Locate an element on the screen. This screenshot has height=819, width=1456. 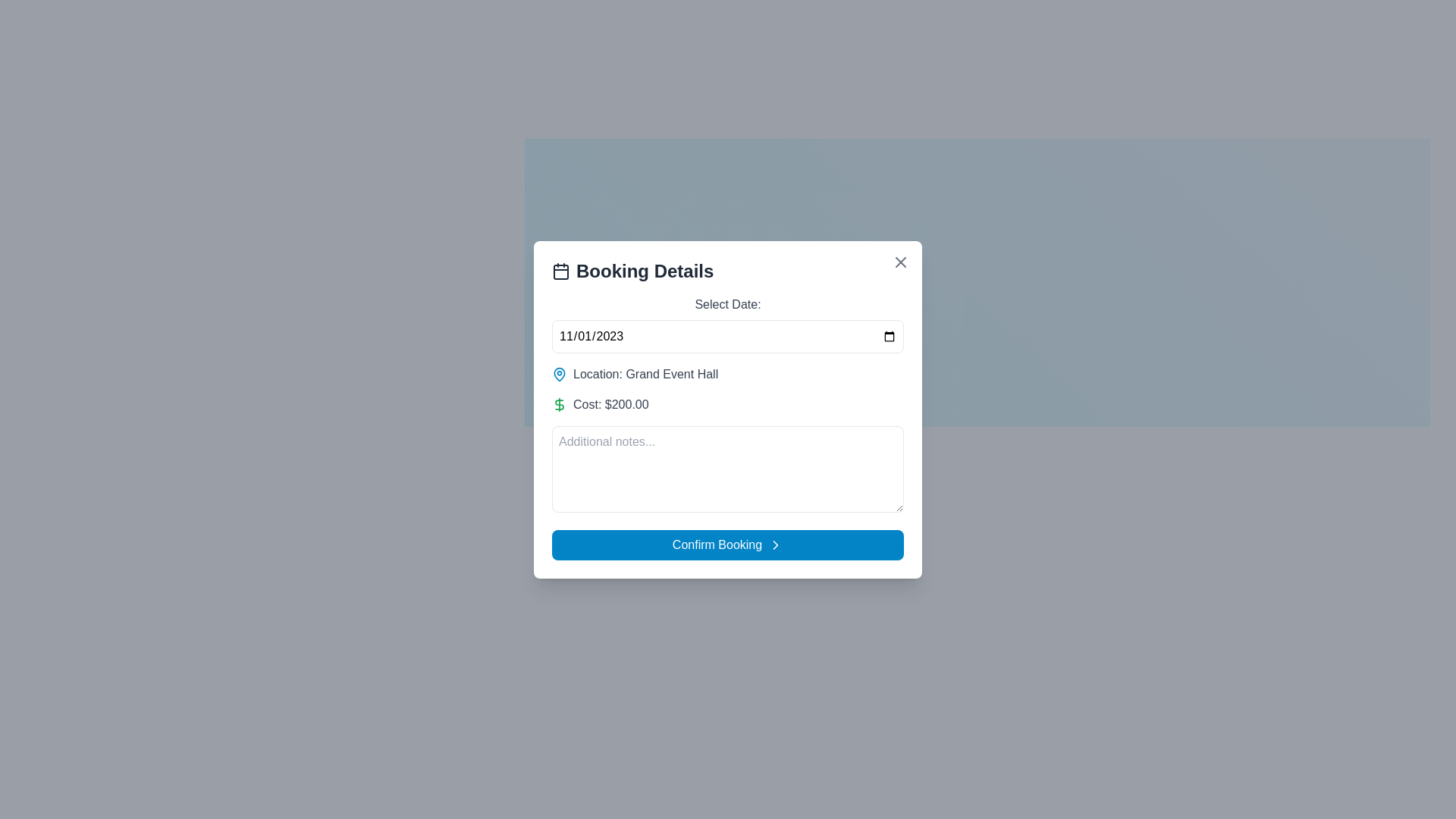
the decorative icon located in the 'Cost' row of the booking details section, which precedes the text 'Cost: $200.00' is located at coordinates (559, 403).